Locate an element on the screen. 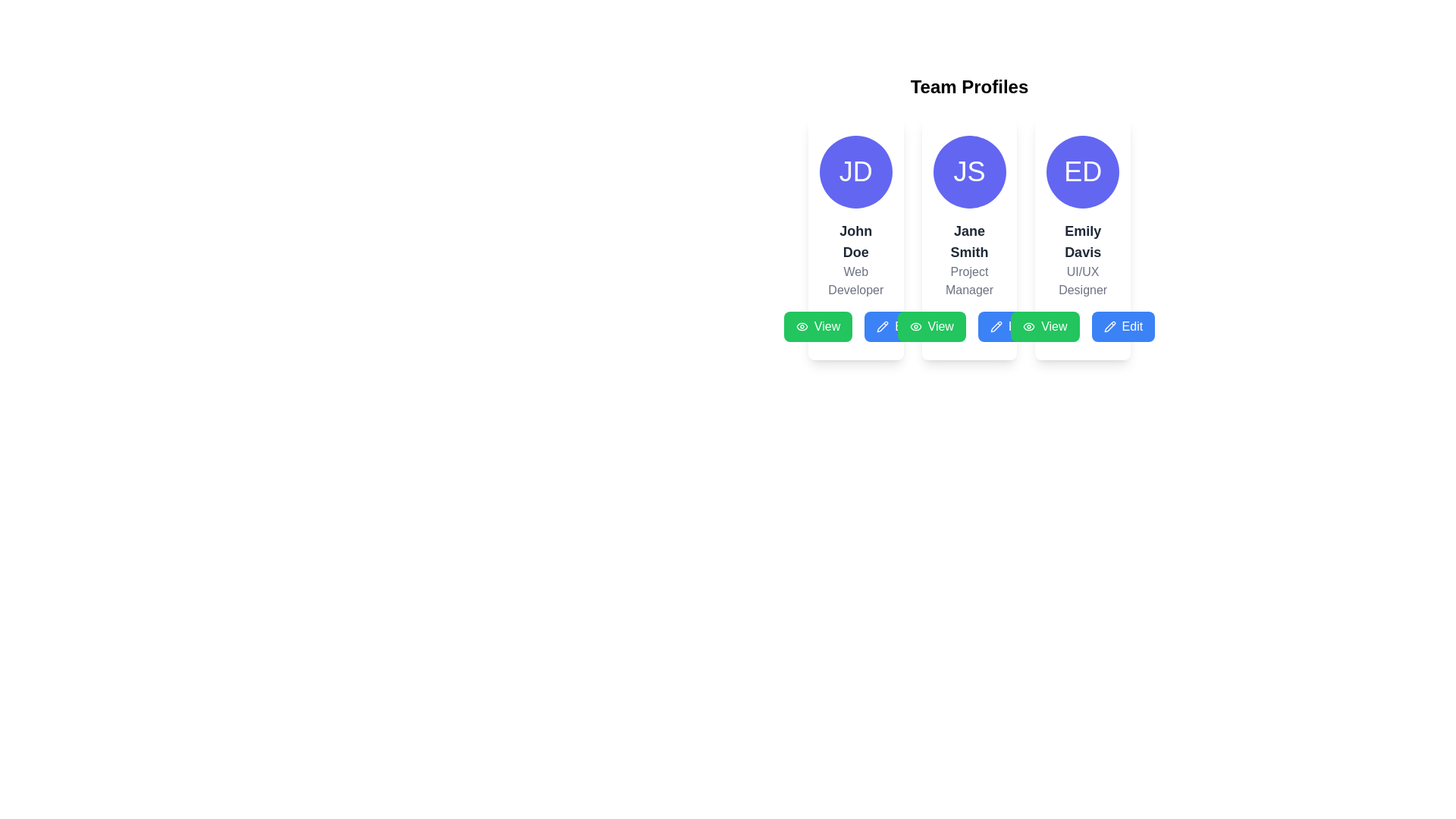  the text displaying the name 'Jane Smith', which is styled in bold, large dark gray font and is centrally aligned within the card below the profile icon marked with 'JS' is located at coordinates (968, 241).